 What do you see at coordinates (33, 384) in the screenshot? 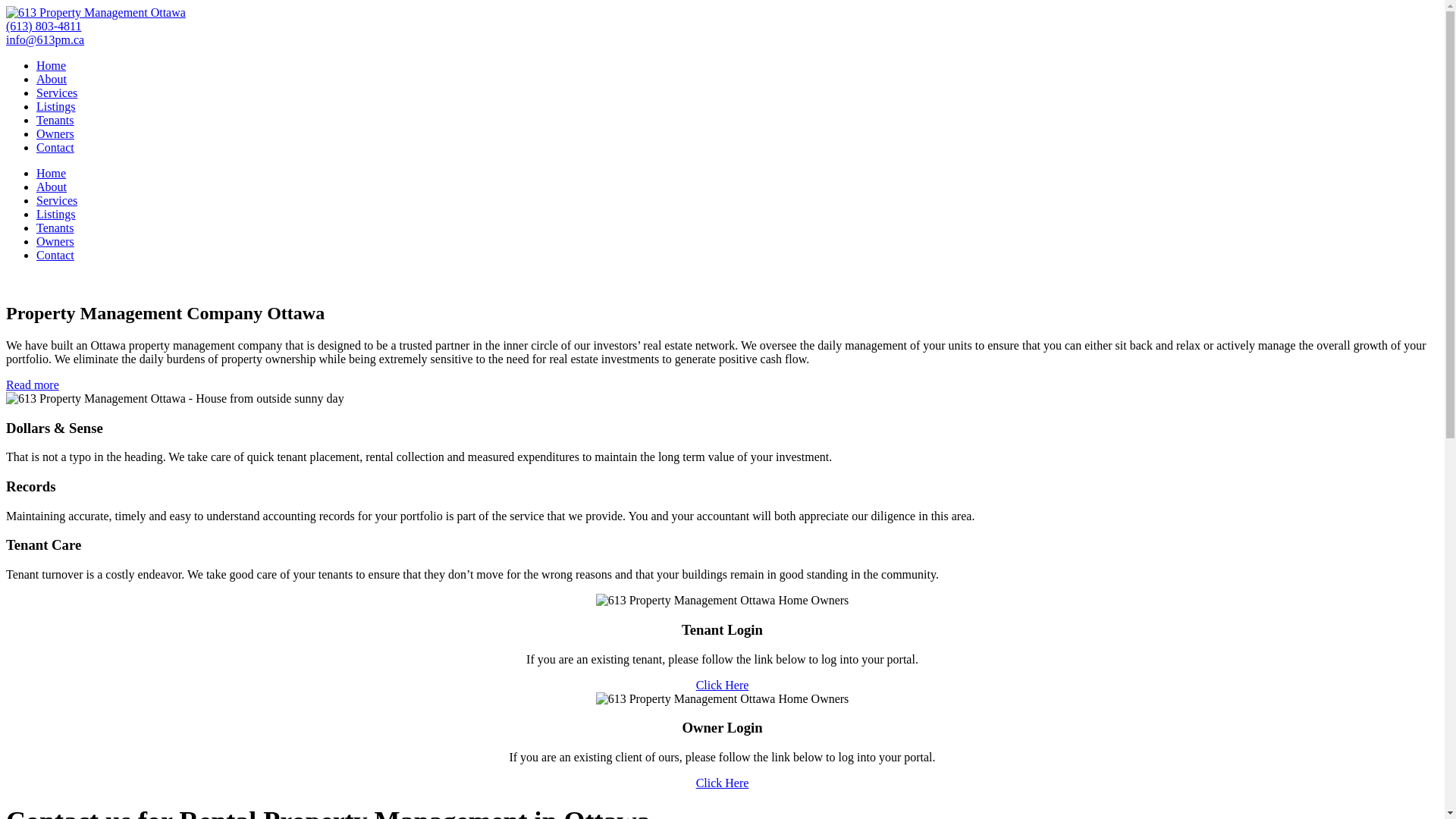
I see `'Read more'` at bounding box center [33, 384].